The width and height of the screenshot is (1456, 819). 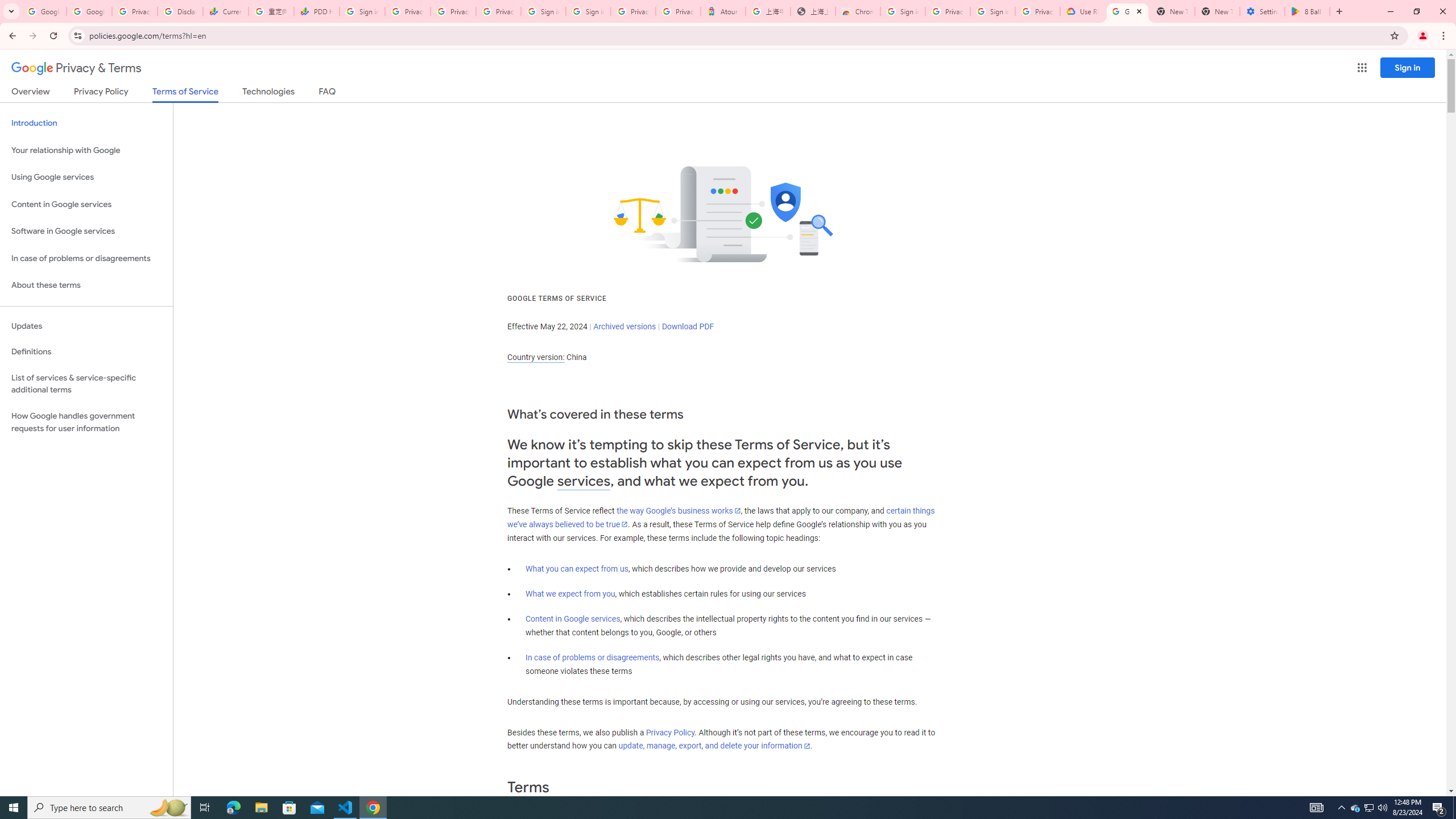 What do you see at coordinates (43, 11) in the screenshot?
I see `'Google Workspace Admin Community'` at bounding box center [43, 11].